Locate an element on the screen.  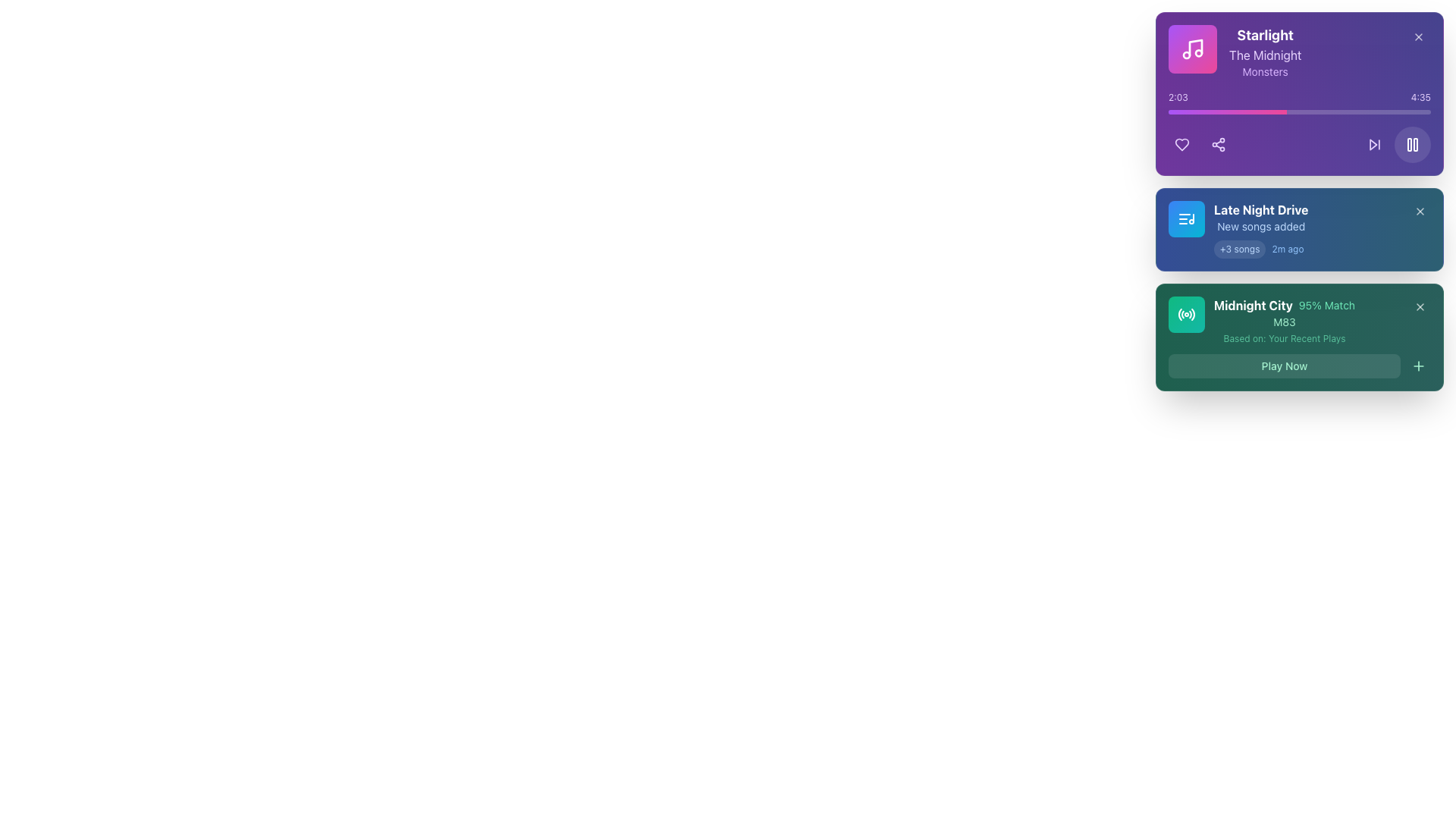
the close button located at the top-right corner of the 'Starlight' notification card is located at coordinates (1418, 36).